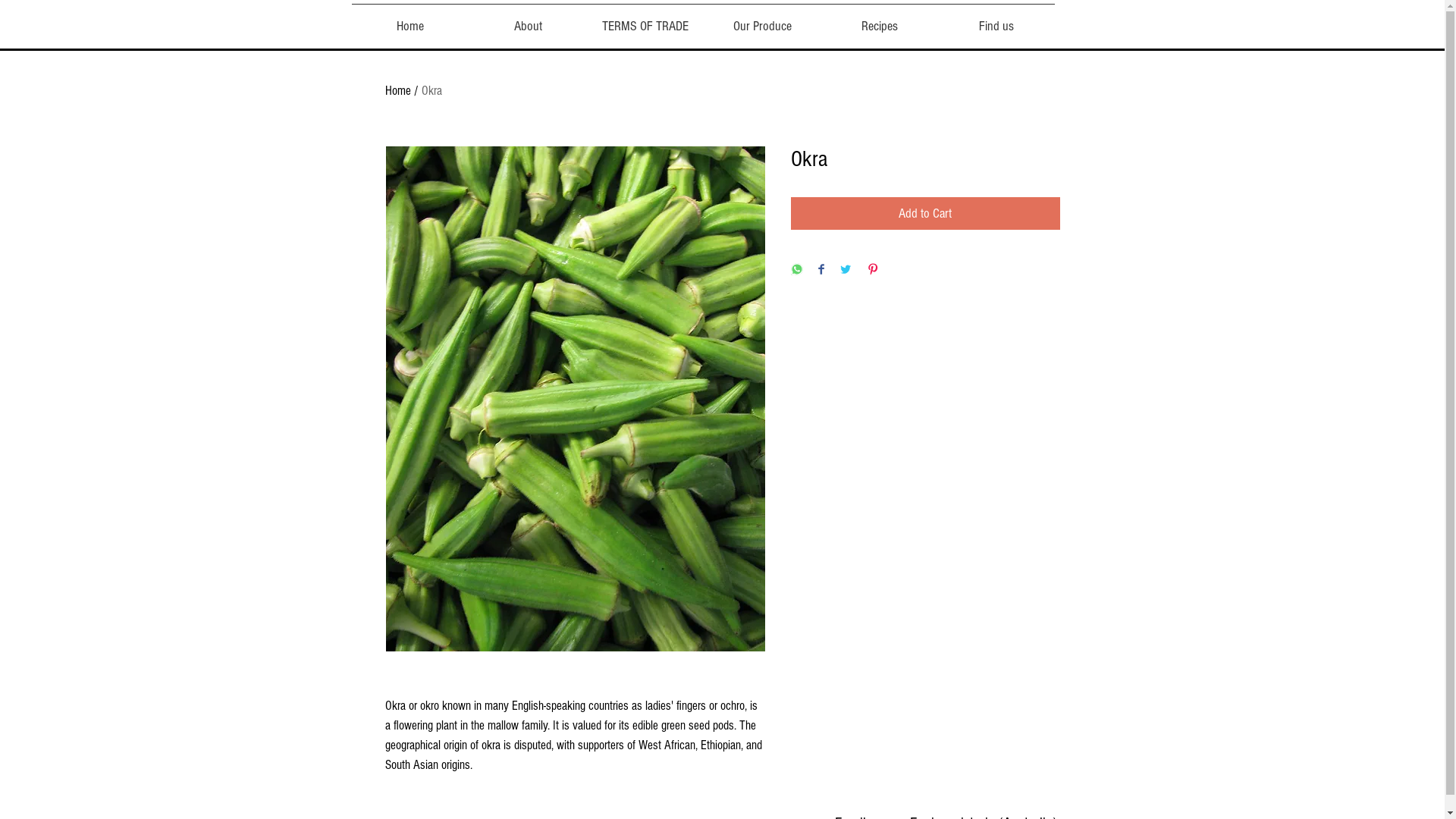 The image size is (1456, 819). I want to click on 'TERMS OF TRADE', so click(585, 20).